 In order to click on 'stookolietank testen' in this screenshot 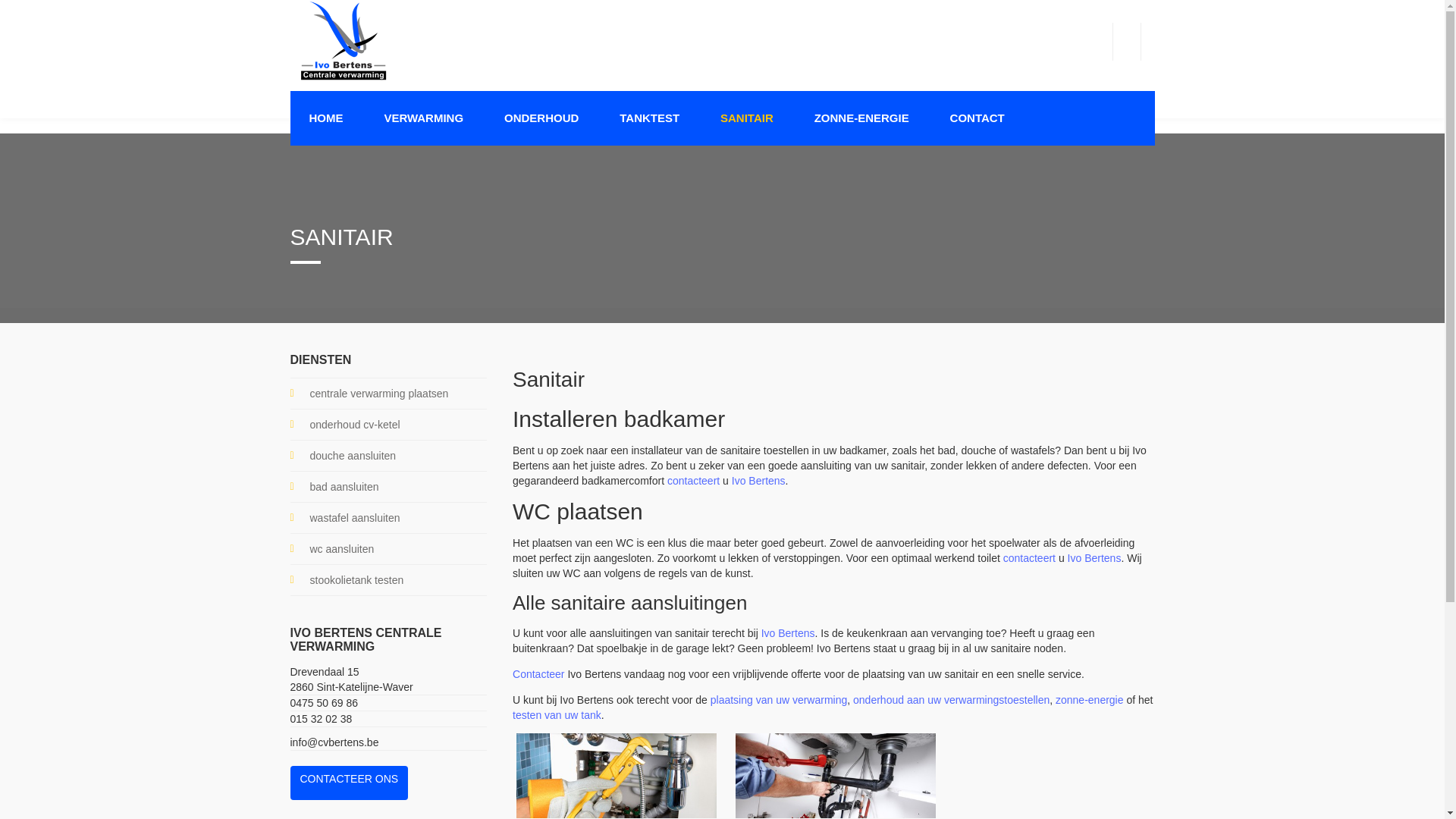, I will do `click(388, 579)`.